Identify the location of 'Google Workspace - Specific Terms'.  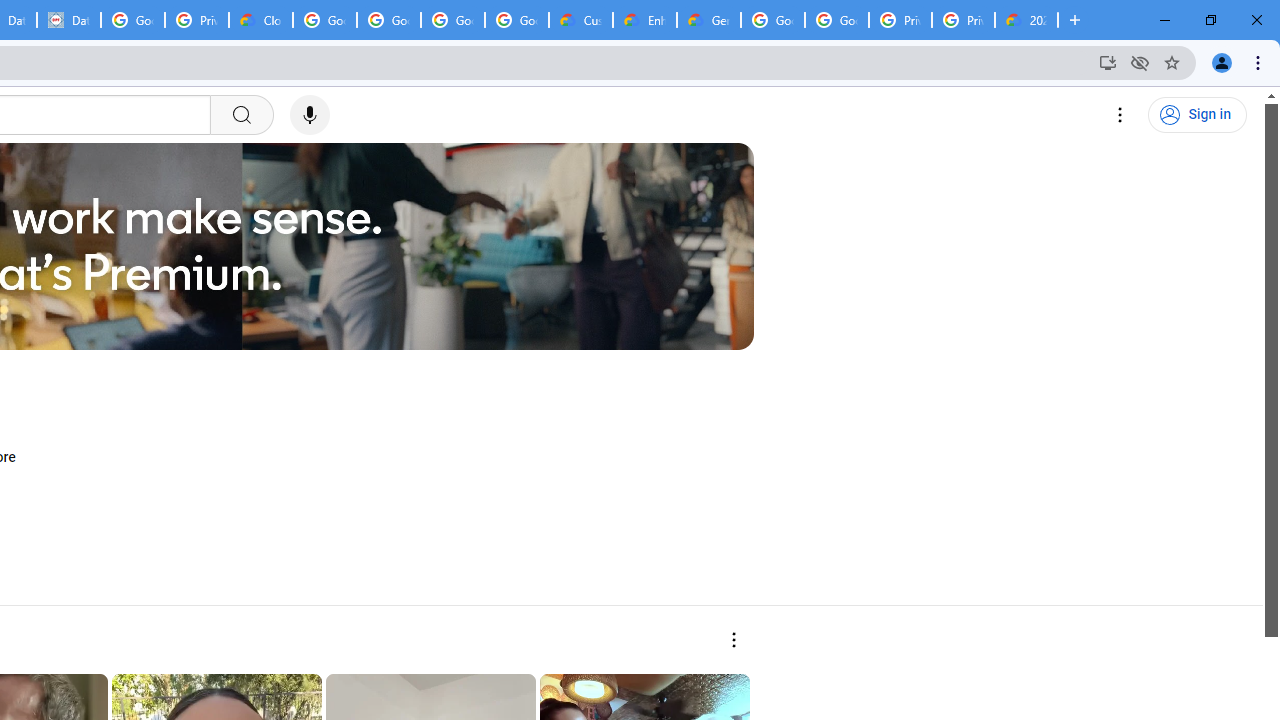
(452, 20).